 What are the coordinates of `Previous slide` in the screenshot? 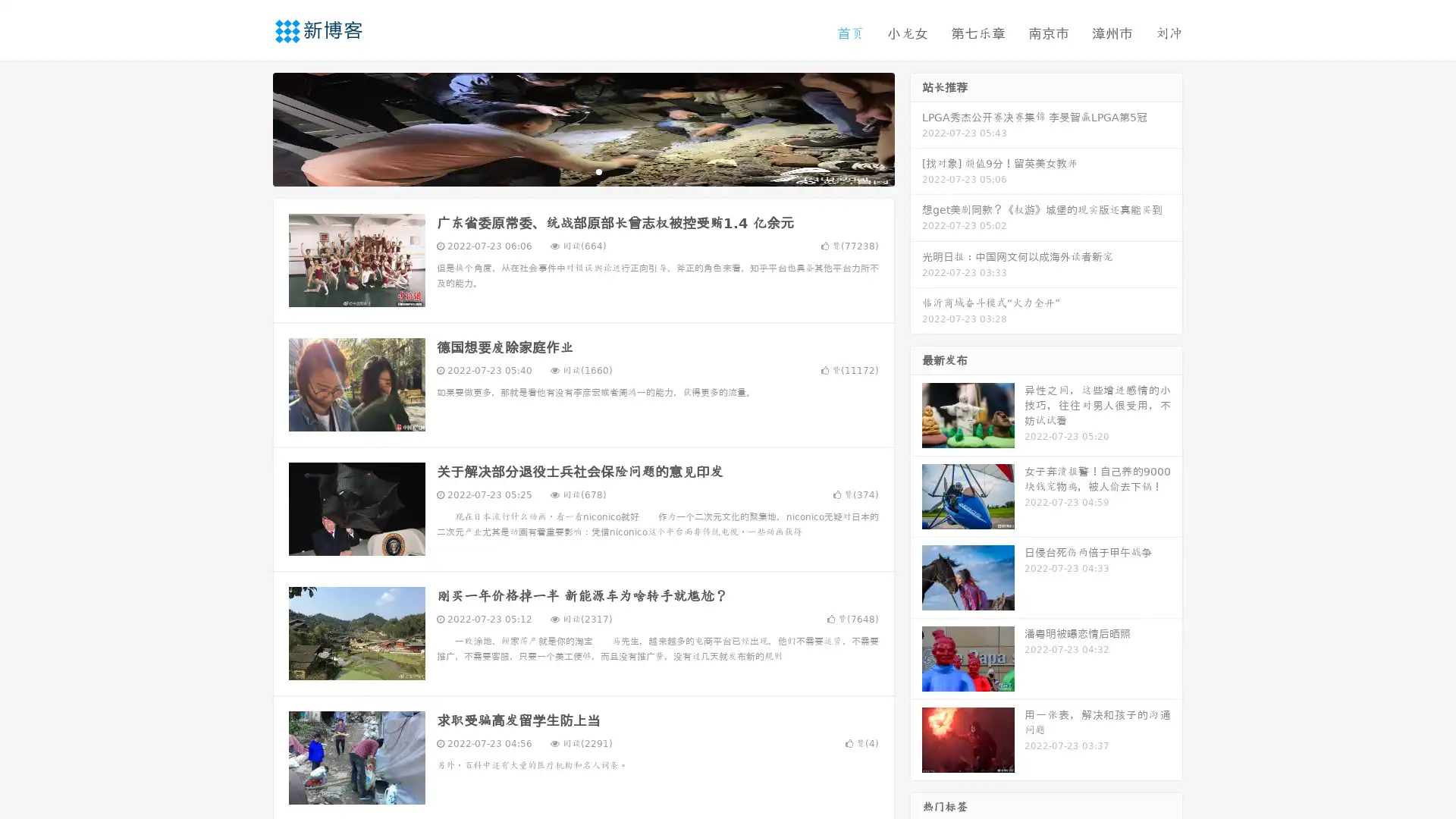 It's located at (250, 127).